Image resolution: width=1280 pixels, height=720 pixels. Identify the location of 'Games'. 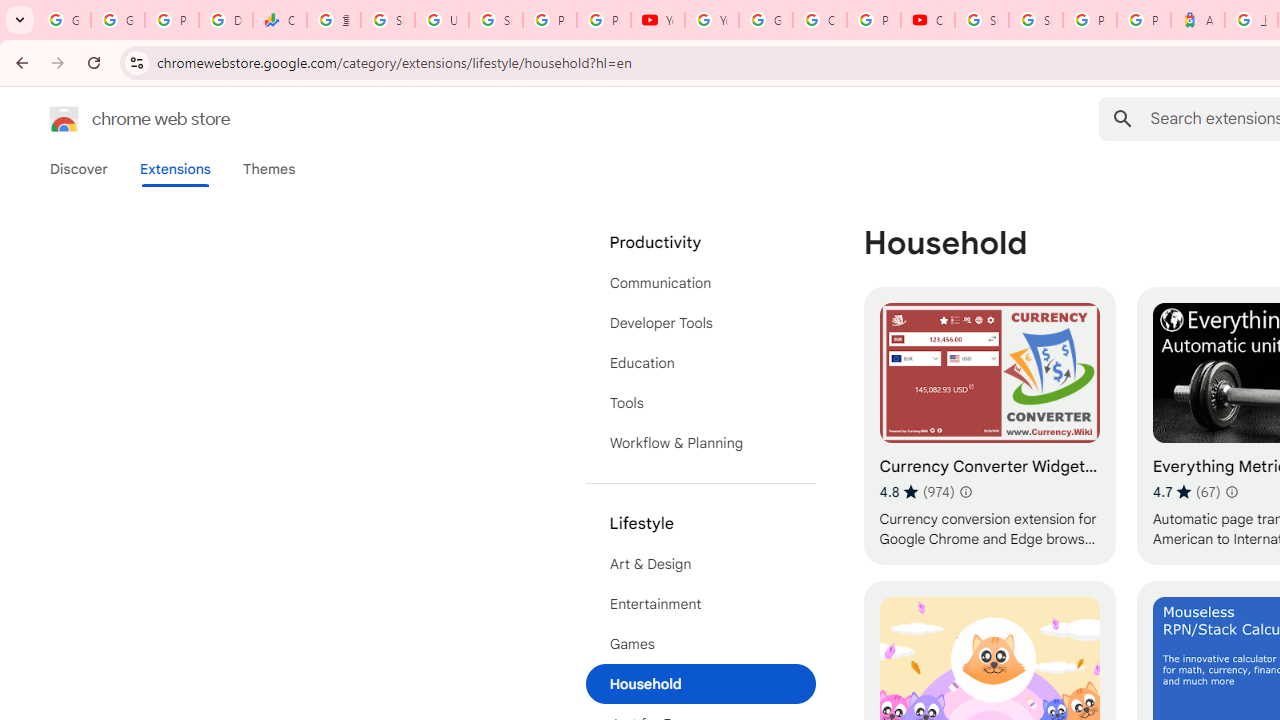
(700, 644).